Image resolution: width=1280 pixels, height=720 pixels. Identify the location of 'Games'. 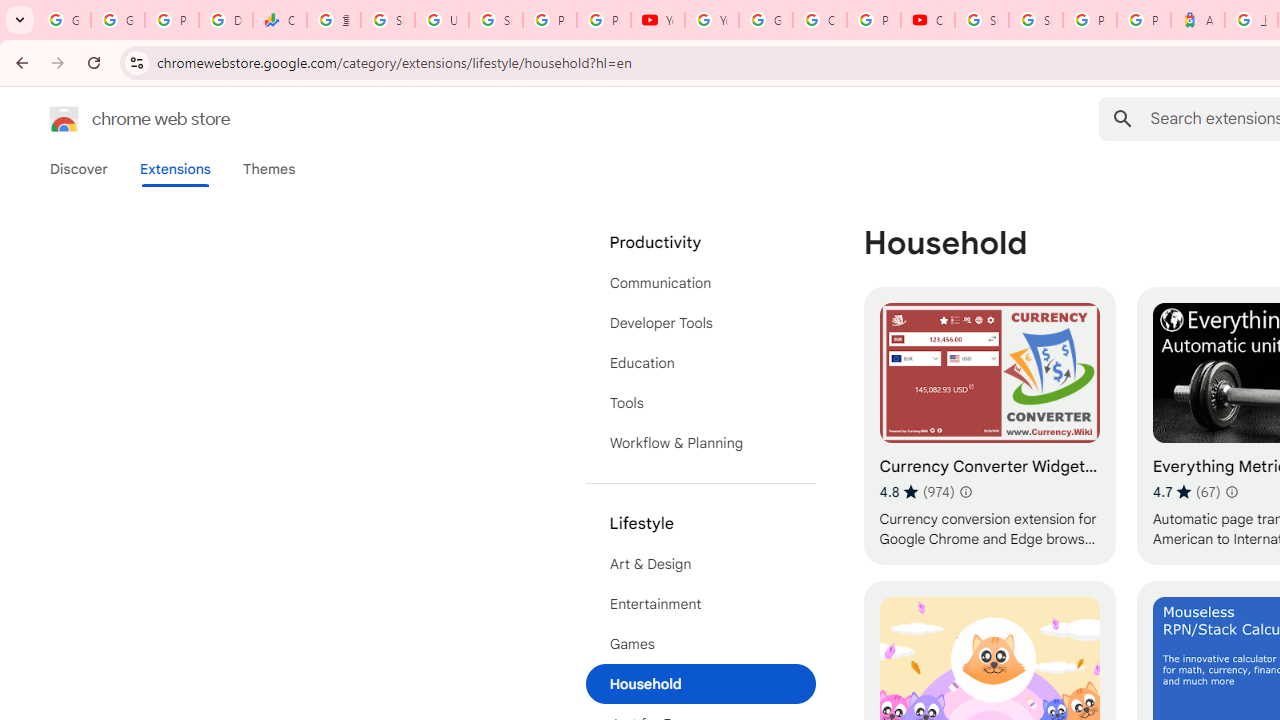
(700, 644).